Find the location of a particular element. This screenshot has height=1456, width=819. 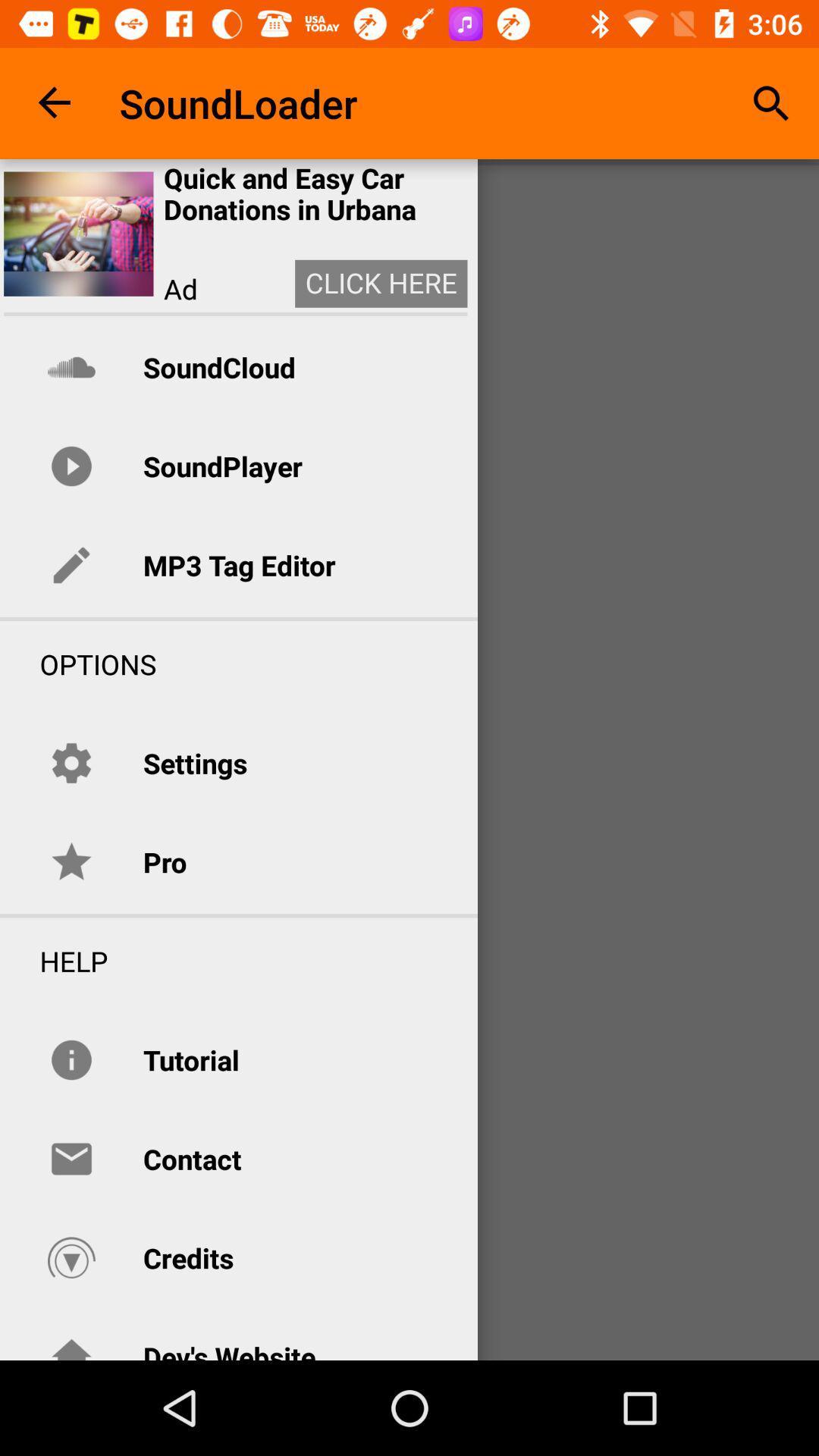

mp3 tag editor is located at coordinates (239, 564).